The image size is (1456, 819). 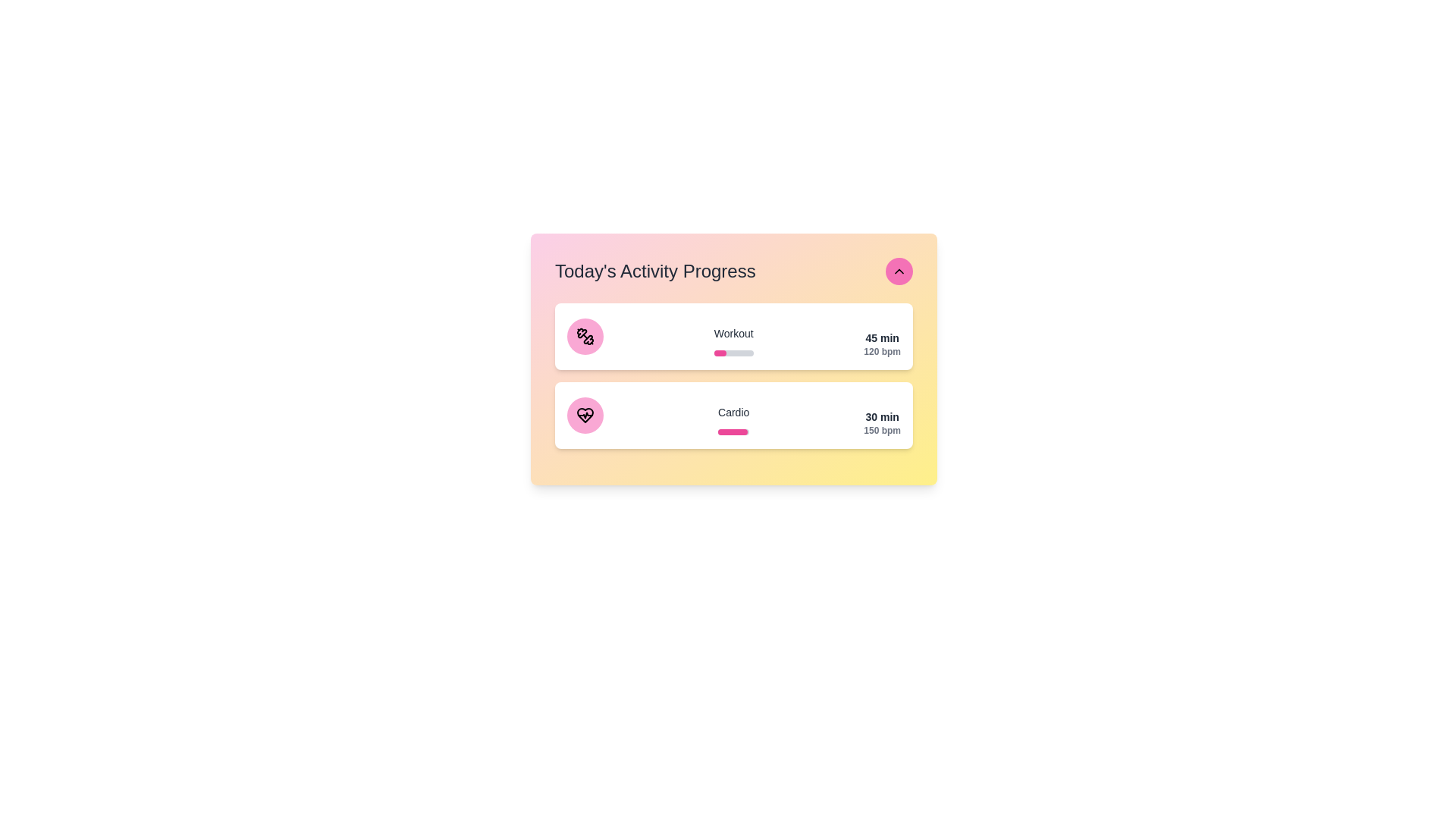 What do you see at coordinates (585, 415) in the screenshot?
I see `the details of the cardio activity icon located on the left side of the second activity card in the vertically stacked list, below the workout card` at bounding box center [585, 415].